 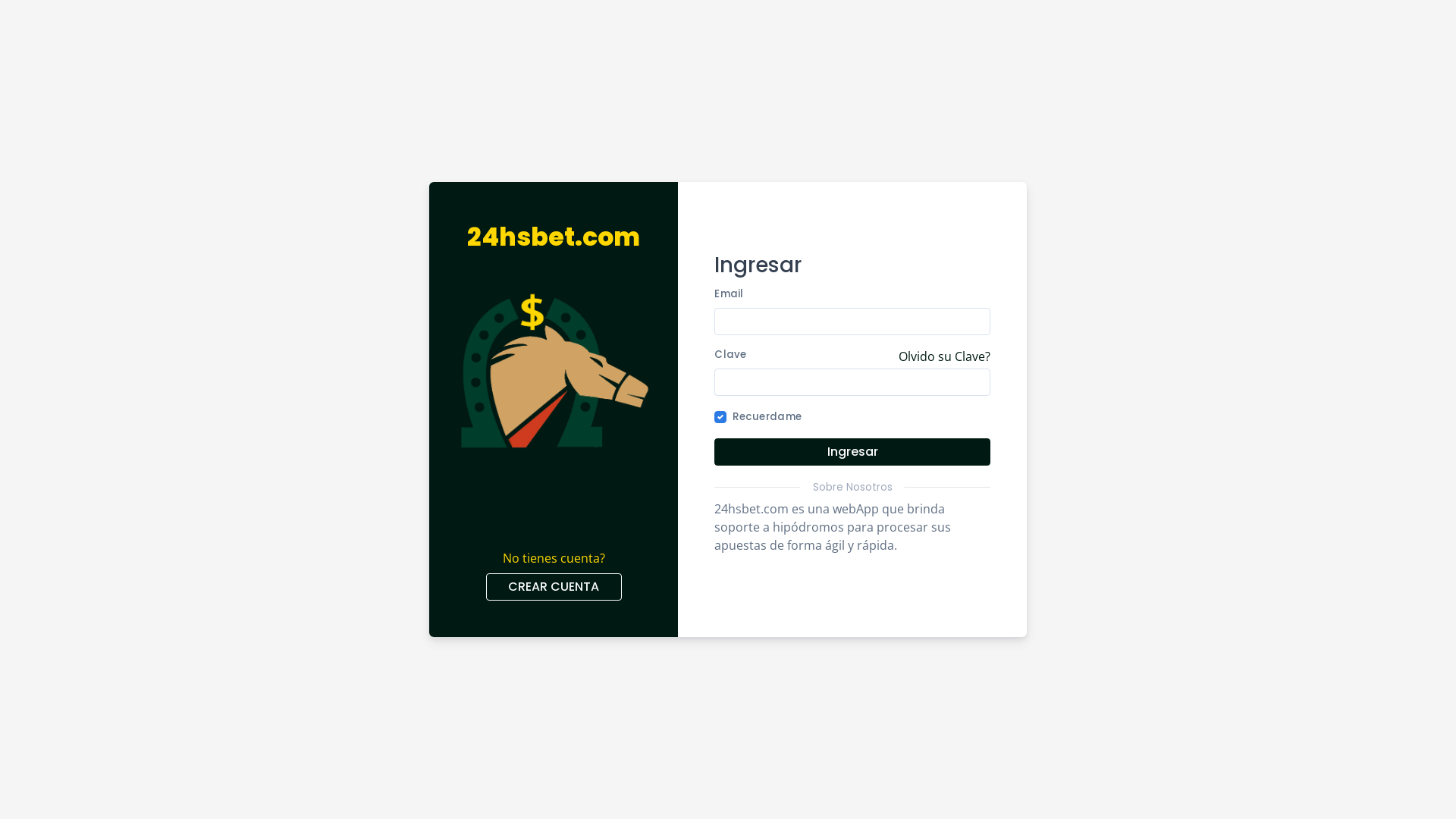 What do you see at coordinates (943, 357) in the screenshot?
I see `'Olvido su Clave?'` at bounding box center [943, 357].